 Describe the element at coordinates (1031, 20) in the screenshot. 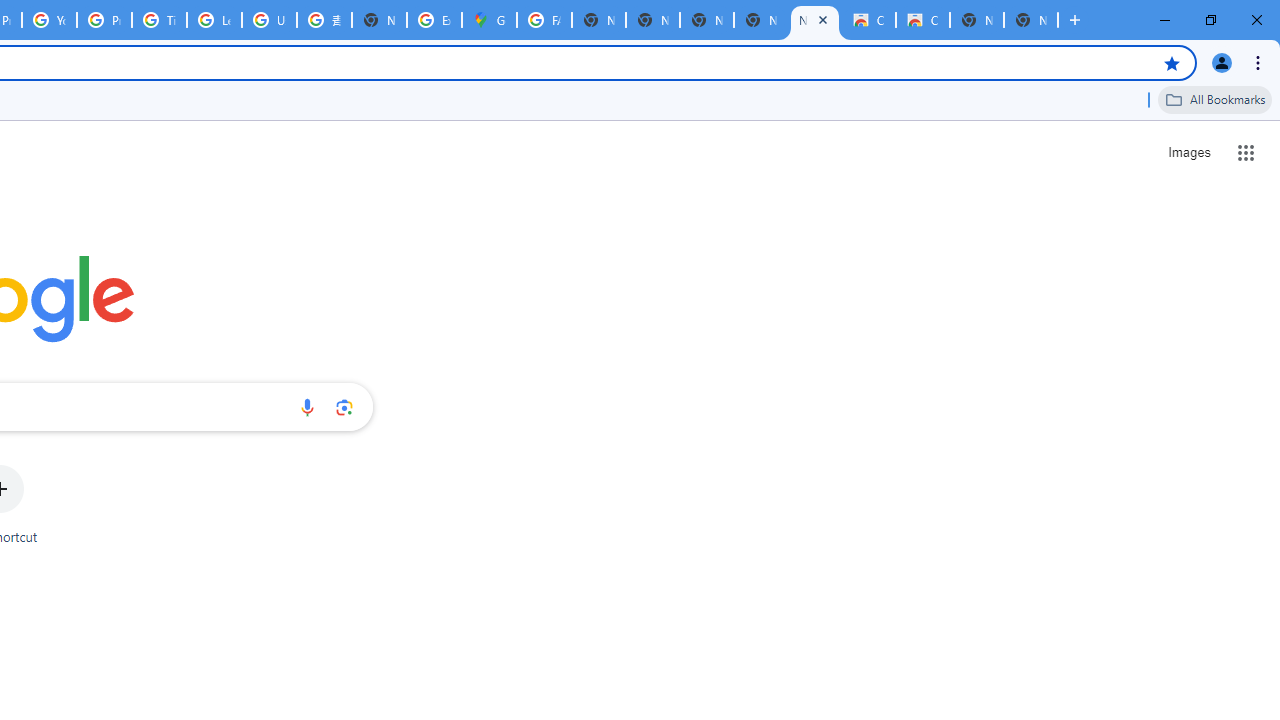

I see `'New Tab'` at that location.